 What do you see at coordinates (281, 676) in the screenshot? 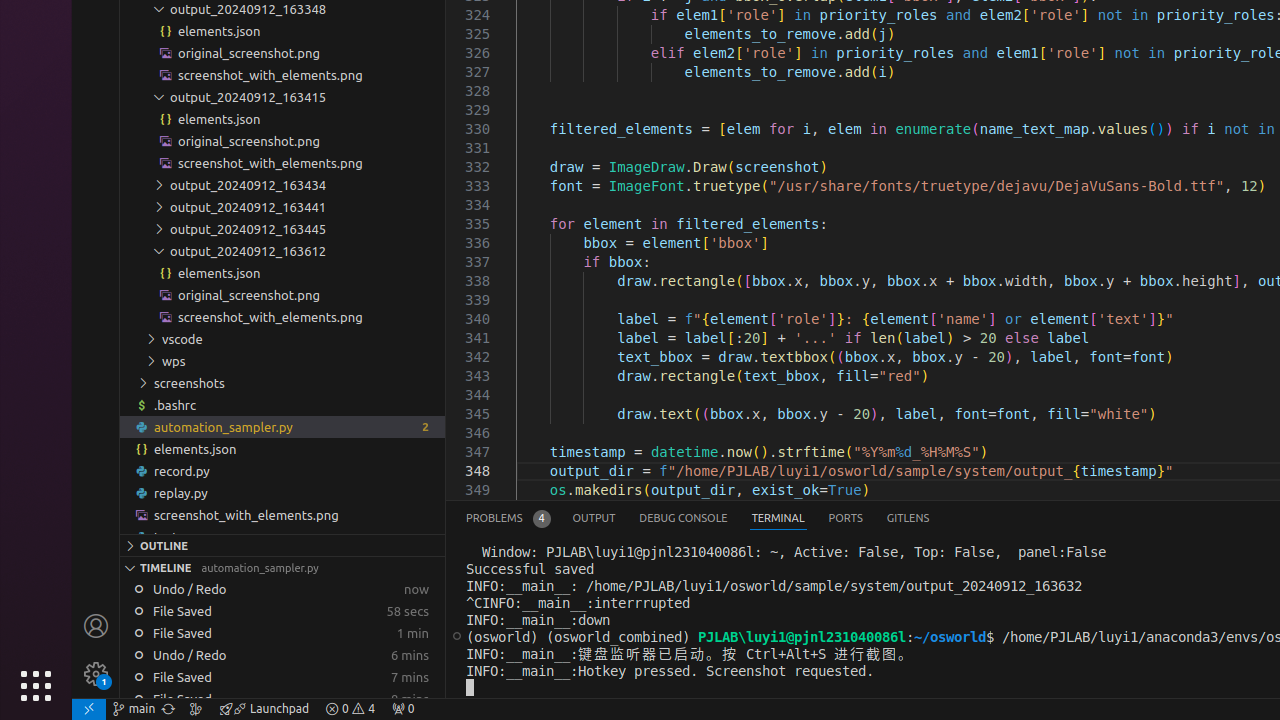
I see `'7 minutes: File Saved'` at bounding box center [281, 676].